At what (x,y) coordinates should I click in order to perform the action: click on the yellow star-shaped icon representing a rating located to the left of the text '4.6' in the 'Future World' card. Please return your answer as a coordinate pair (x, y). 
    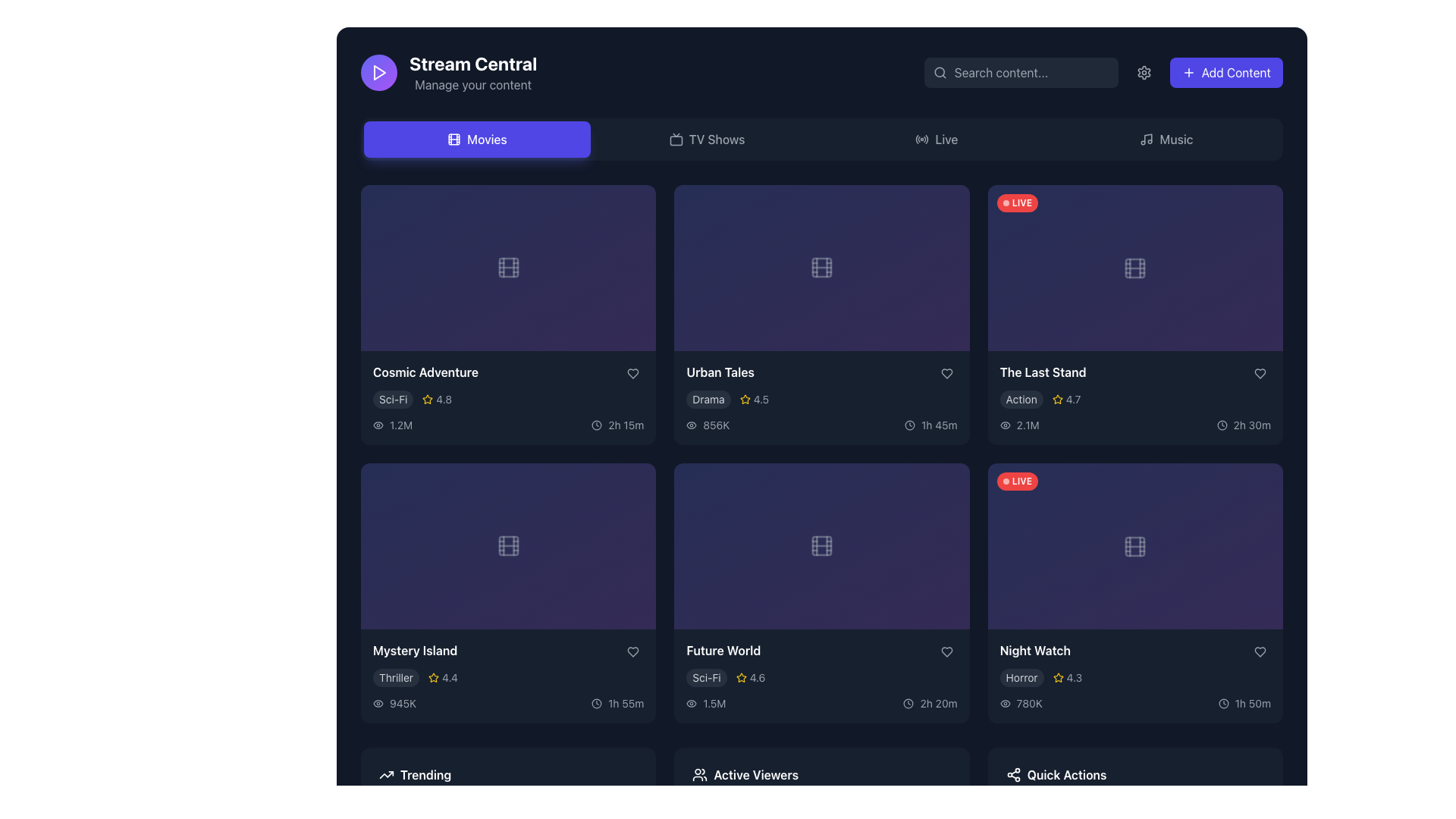
    Looking at the image, I should click on (741, 677).